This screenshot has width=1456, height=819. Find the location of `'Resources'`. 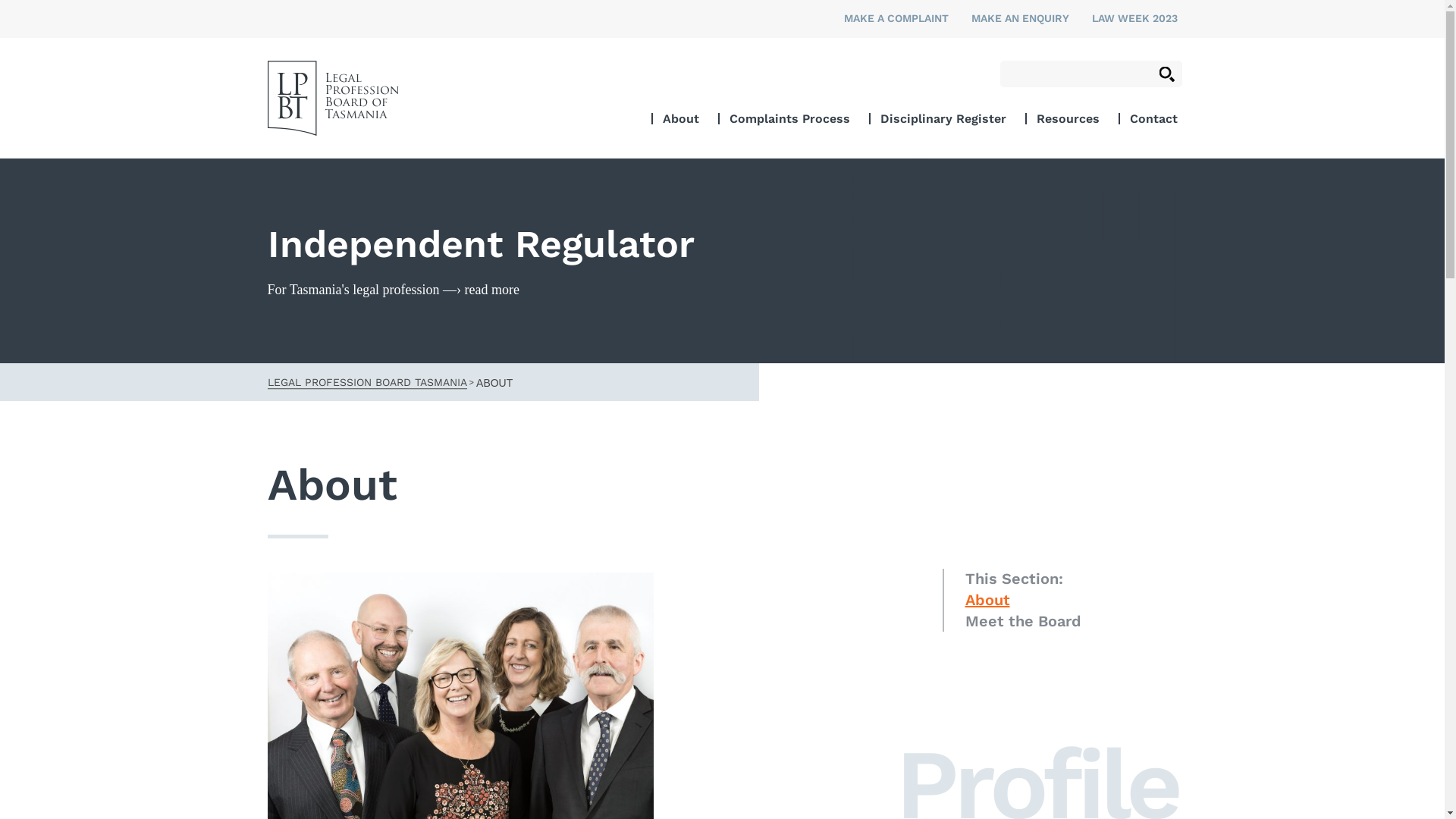

'Resources' is located at coordinates (1066, 118).